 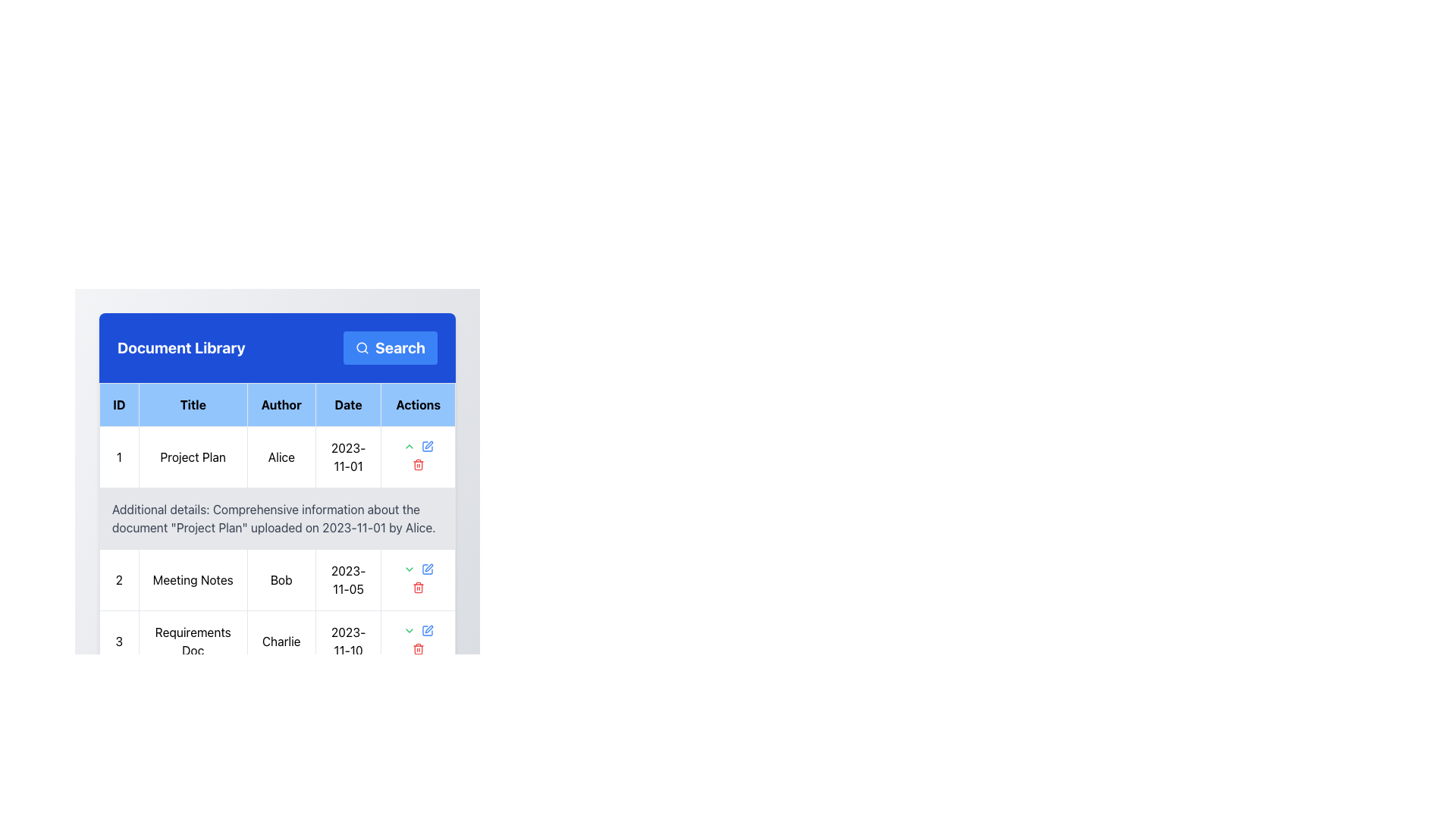 I want to click on the Table Header Cell with the text 'Title', which has a light blue background and bold black text, located between the 'ID' and 'Author' header cells, so click(x=192, y=403).